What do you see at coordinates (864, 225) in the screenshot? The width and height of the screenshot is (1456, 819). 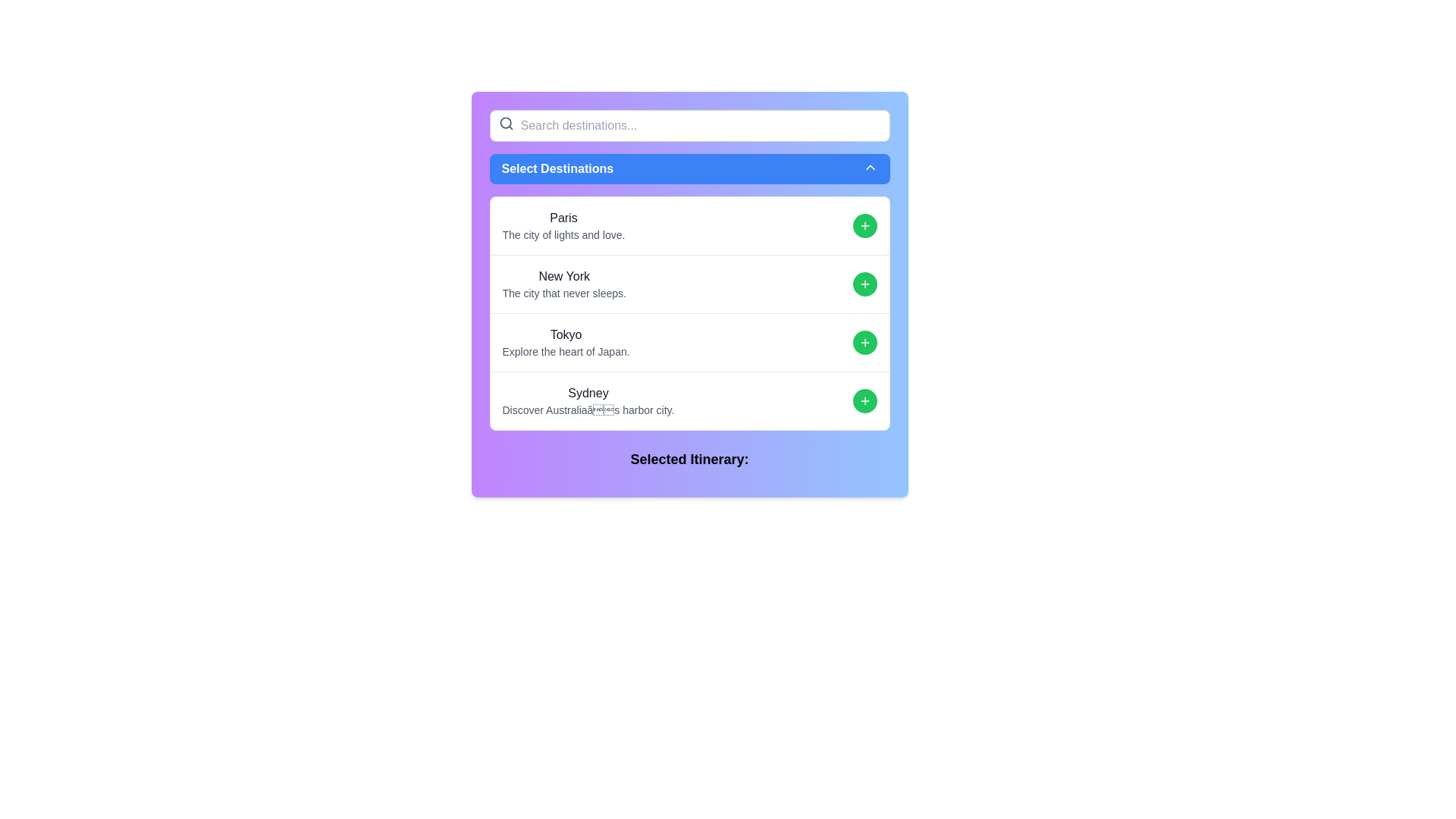 I see `the circular green button with a white plus symbol` at bounding box center [864, 225].